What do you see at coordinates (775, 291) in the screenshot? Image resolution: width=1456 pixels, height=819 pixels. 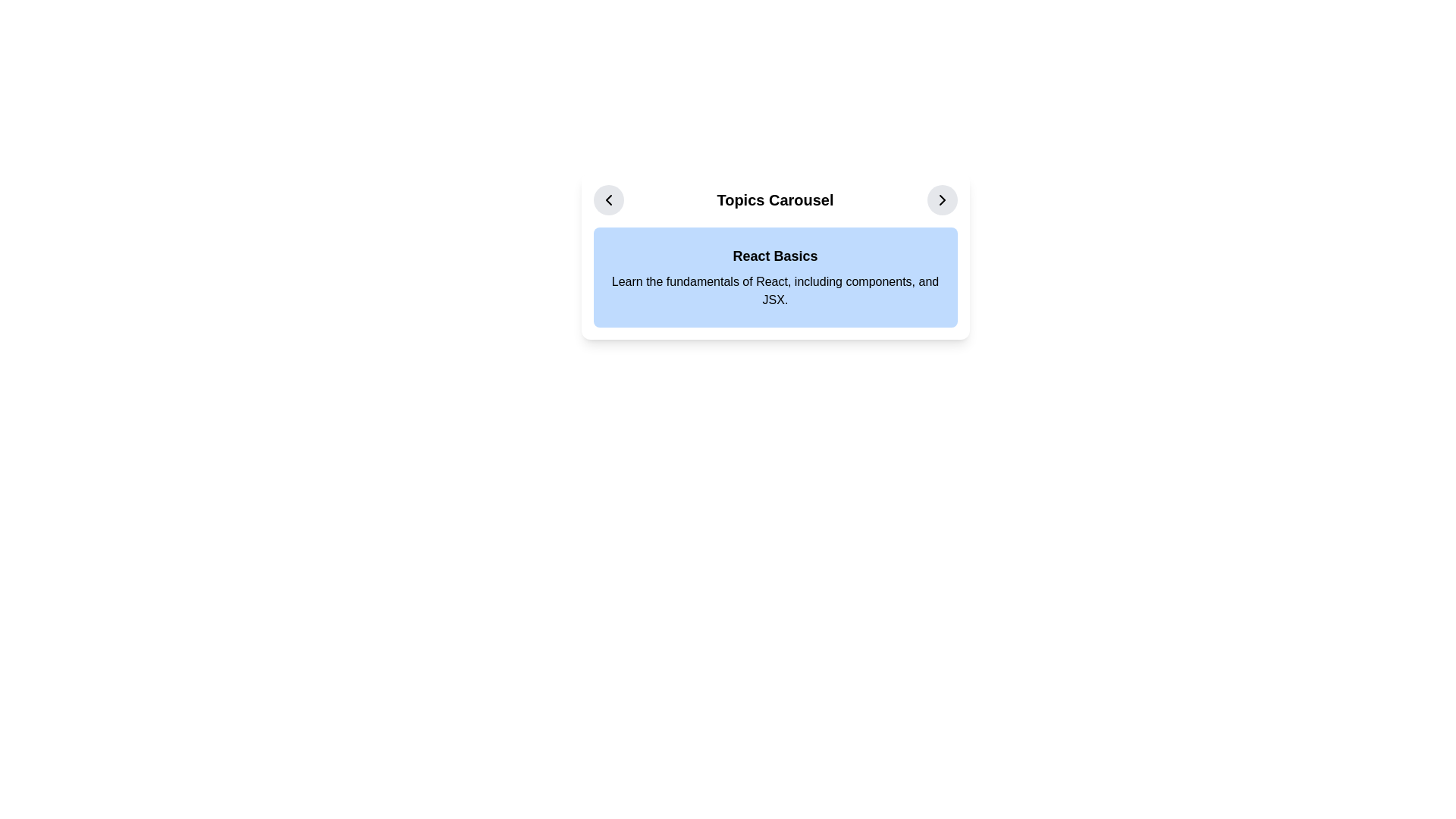 I see `the text block that contains the phrase 'Learn the fundamentals of React, including components, and JSX.' located below the title 'React Basics' within a light blue section` at bounding box center [775, 291].